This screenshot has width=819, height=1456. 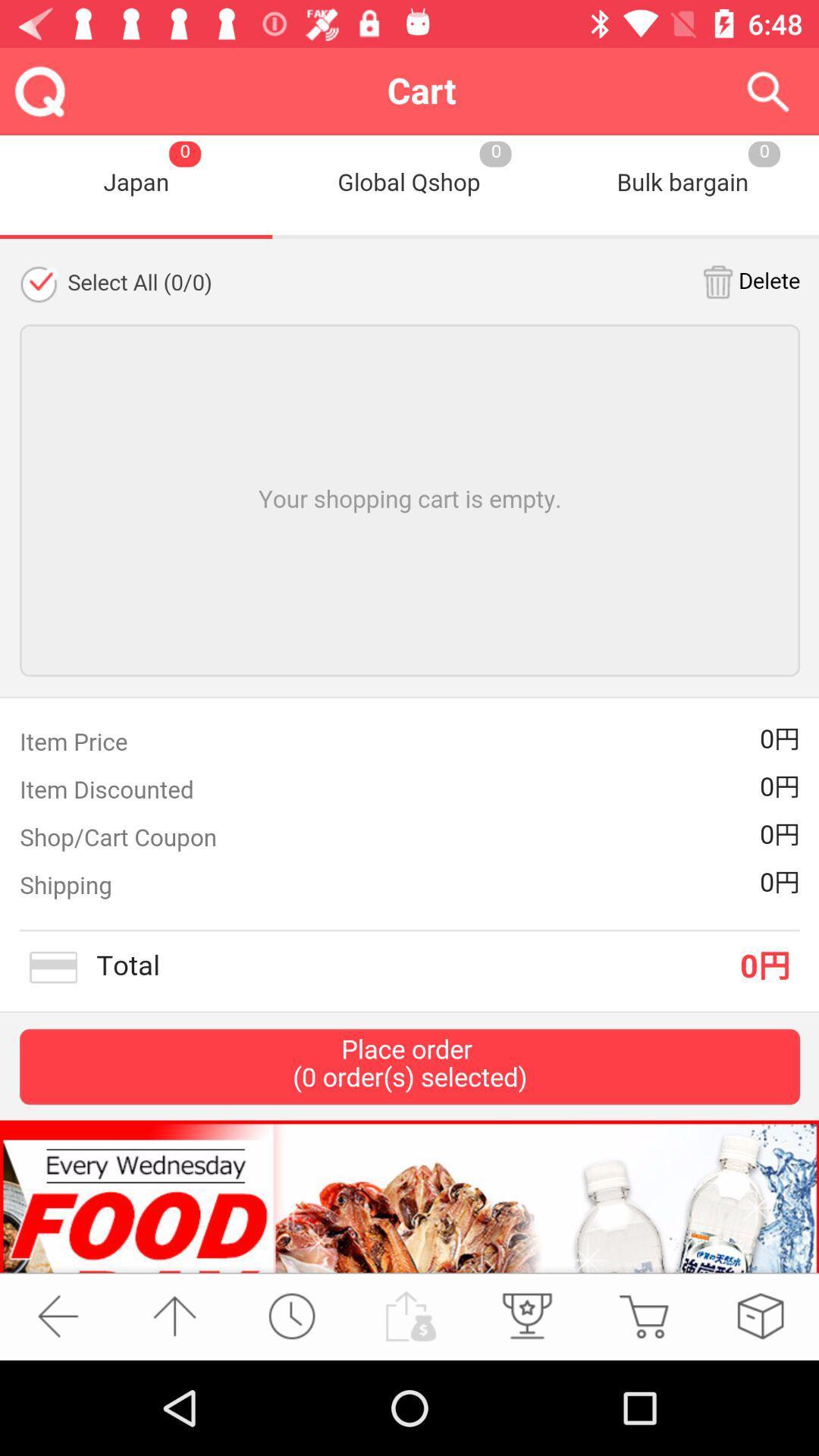 What do you see at coordinates (643, 1315) in the screenshot?
I see `shopping cart` at bounding box center [643, 1315].